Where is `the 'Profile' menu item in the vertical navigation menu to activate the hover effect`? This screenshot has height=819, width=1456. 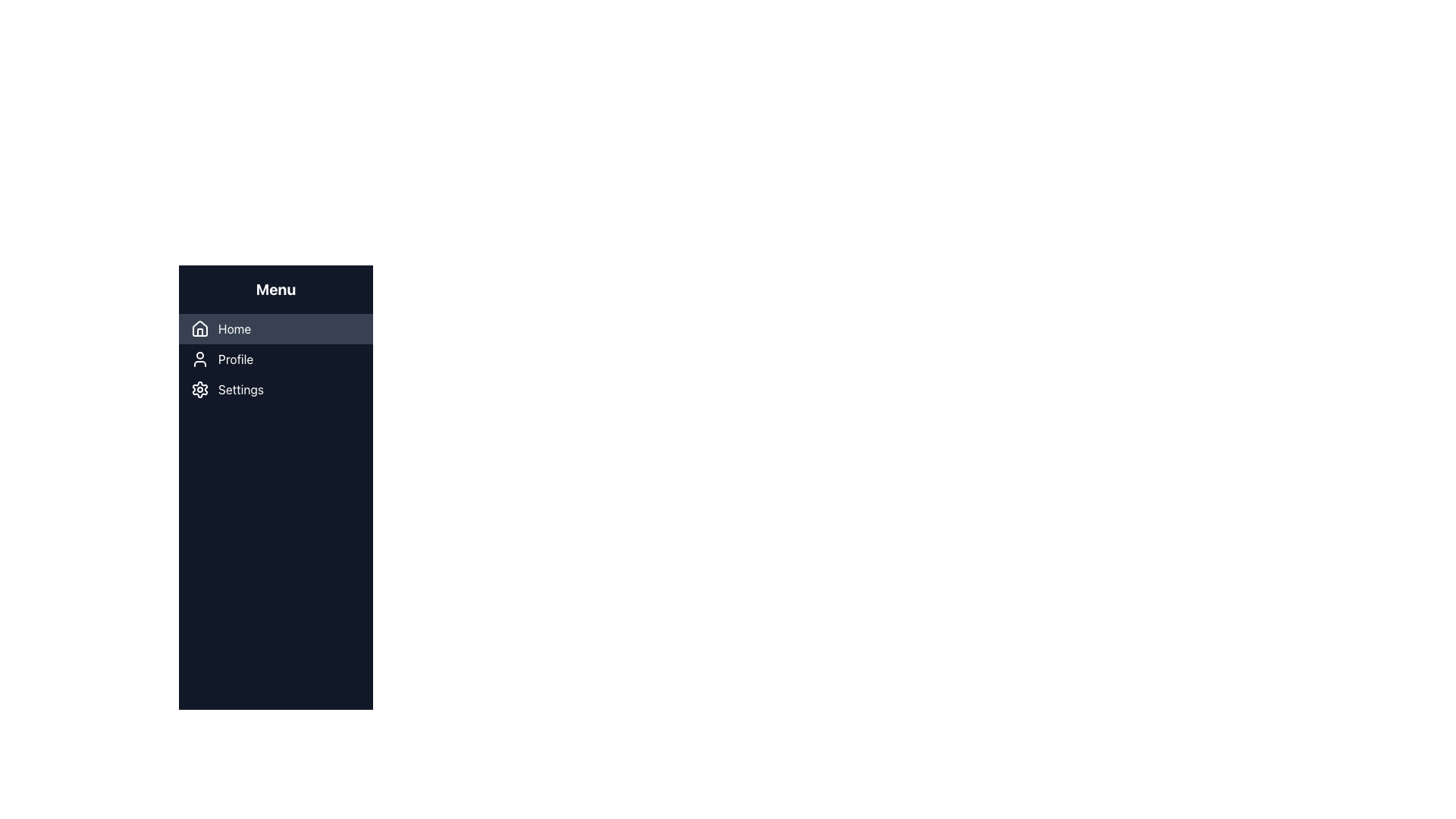
the 'Profile' menu item in the vertical navigation menu to activate the hover effect is located at coordinates (276, 359).